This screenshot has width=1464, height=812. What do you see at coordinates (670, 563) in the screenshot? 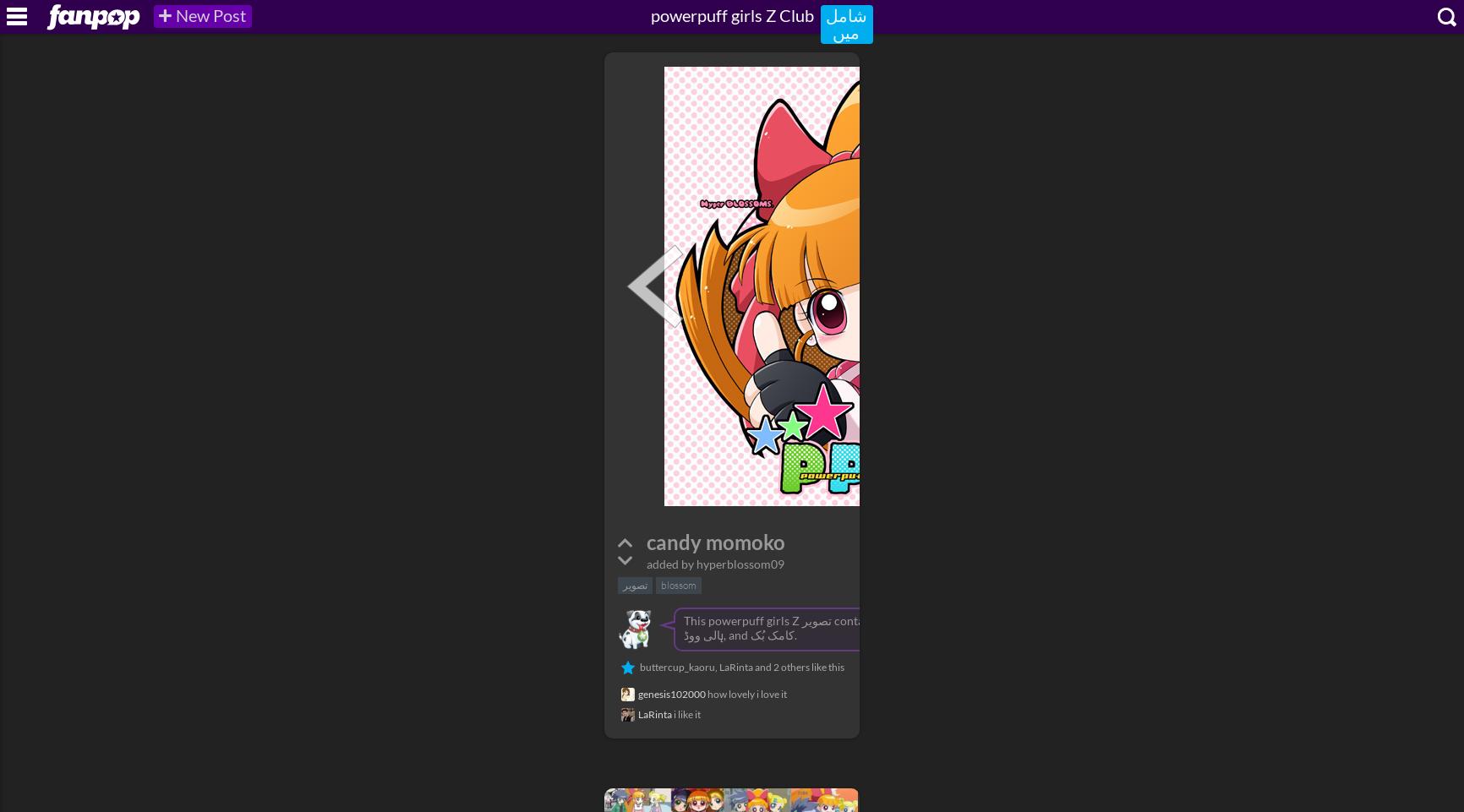
I see `'added by'` at bounding box center [670, 563].